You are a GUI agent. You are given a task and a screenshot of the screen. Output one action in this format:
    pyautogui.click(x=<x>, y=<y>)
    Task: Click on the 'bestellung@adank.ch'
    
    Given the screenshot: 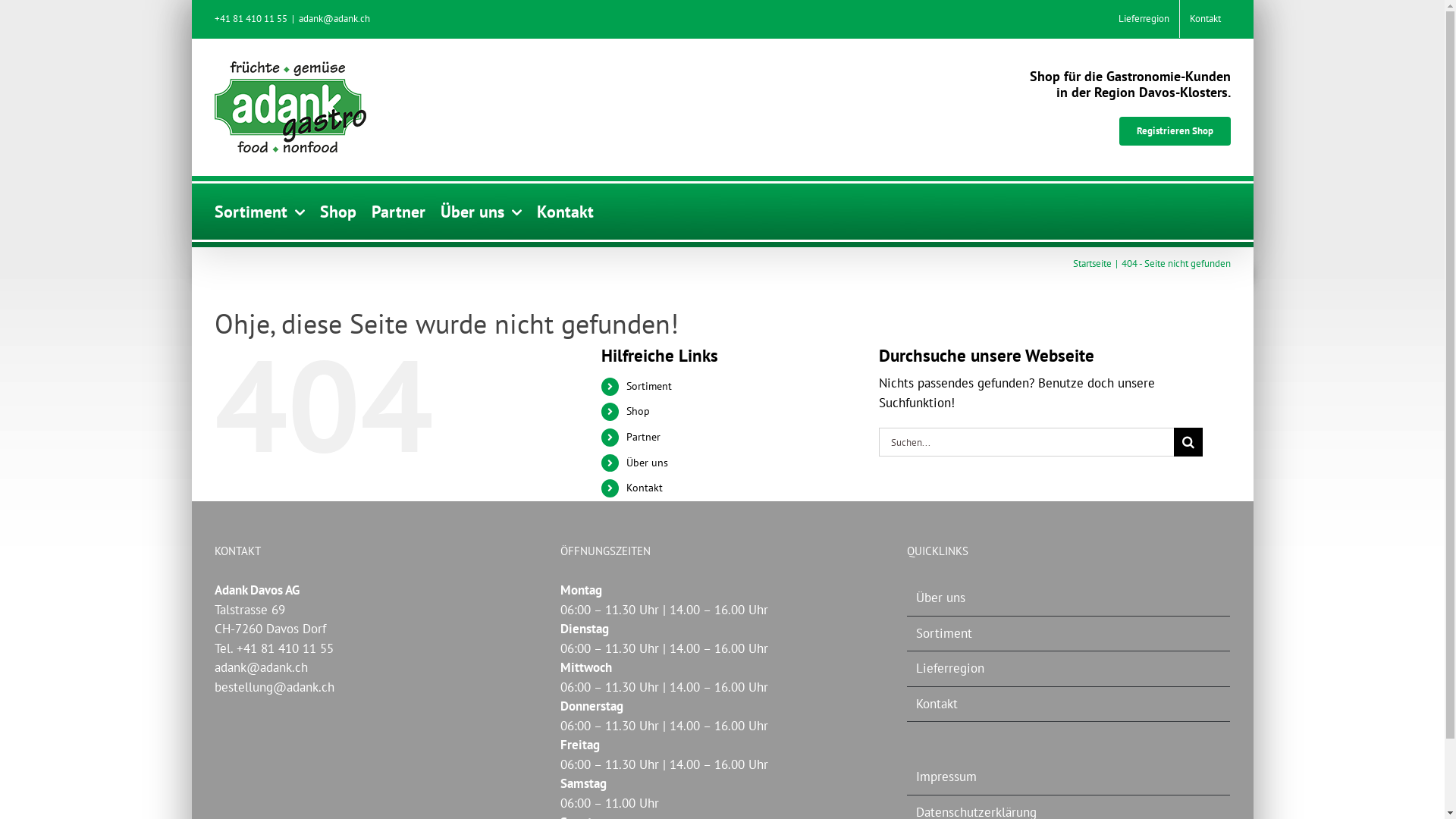 What is the action you would take?
    pyautogui.click(x=273, y=687)
    